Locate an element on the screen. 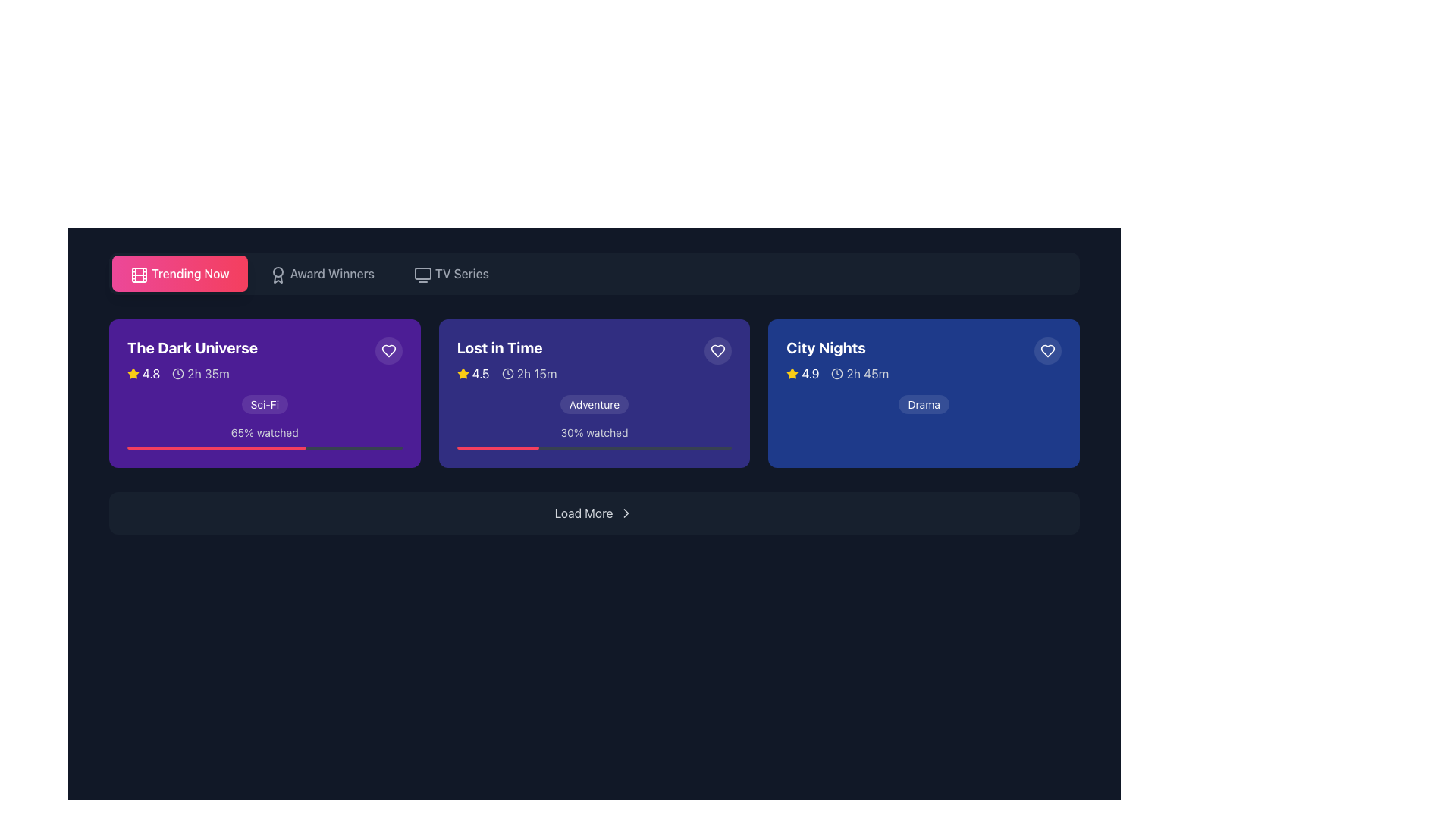 This screenshot has height=819, width=1456. the 'Load More' button, which is a rectangular button with rounded corners, dark gray background, and light gray text that changes to white on hover is located at coordinates (593, 513).